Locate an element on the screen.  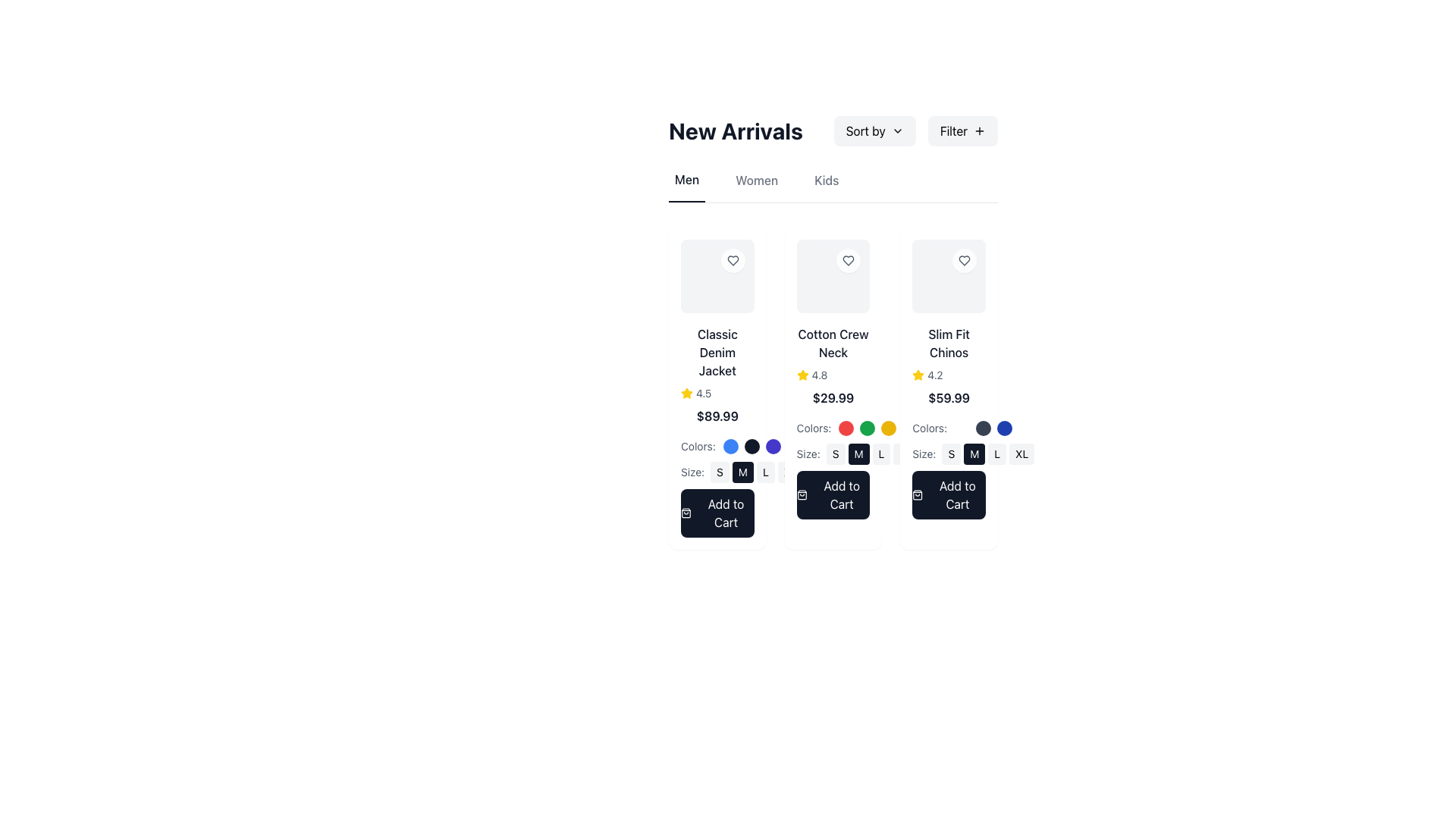
the blue circular color selection button with a white border located in the 'Colors:' section below the 'Classic Denim Jacket' product card is located at coordinates (730, 445).